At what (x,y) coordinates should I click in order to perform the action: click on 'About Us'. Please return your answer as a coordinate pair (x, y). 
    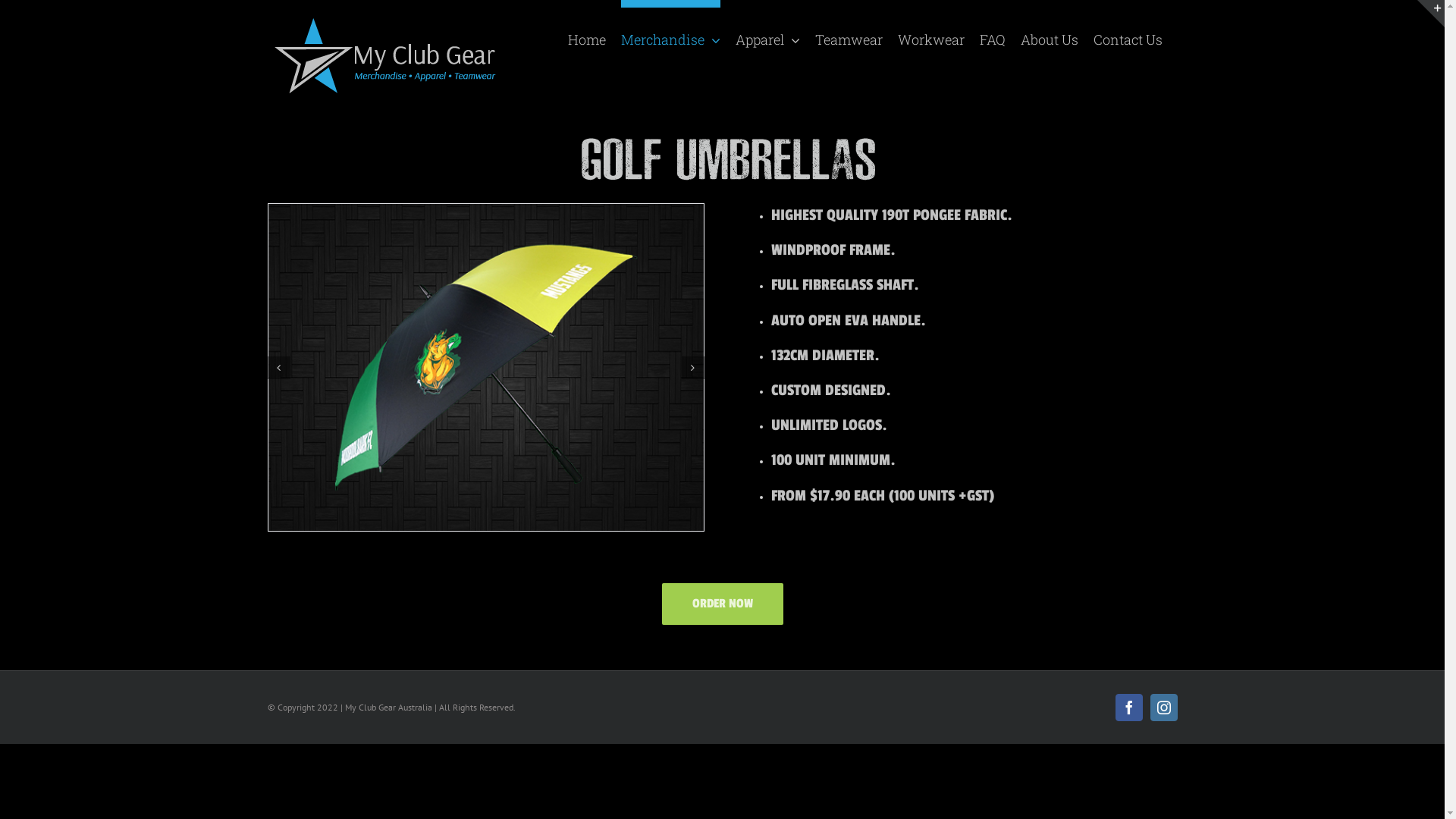
    Looking at the image, I should click on (1048, 34).